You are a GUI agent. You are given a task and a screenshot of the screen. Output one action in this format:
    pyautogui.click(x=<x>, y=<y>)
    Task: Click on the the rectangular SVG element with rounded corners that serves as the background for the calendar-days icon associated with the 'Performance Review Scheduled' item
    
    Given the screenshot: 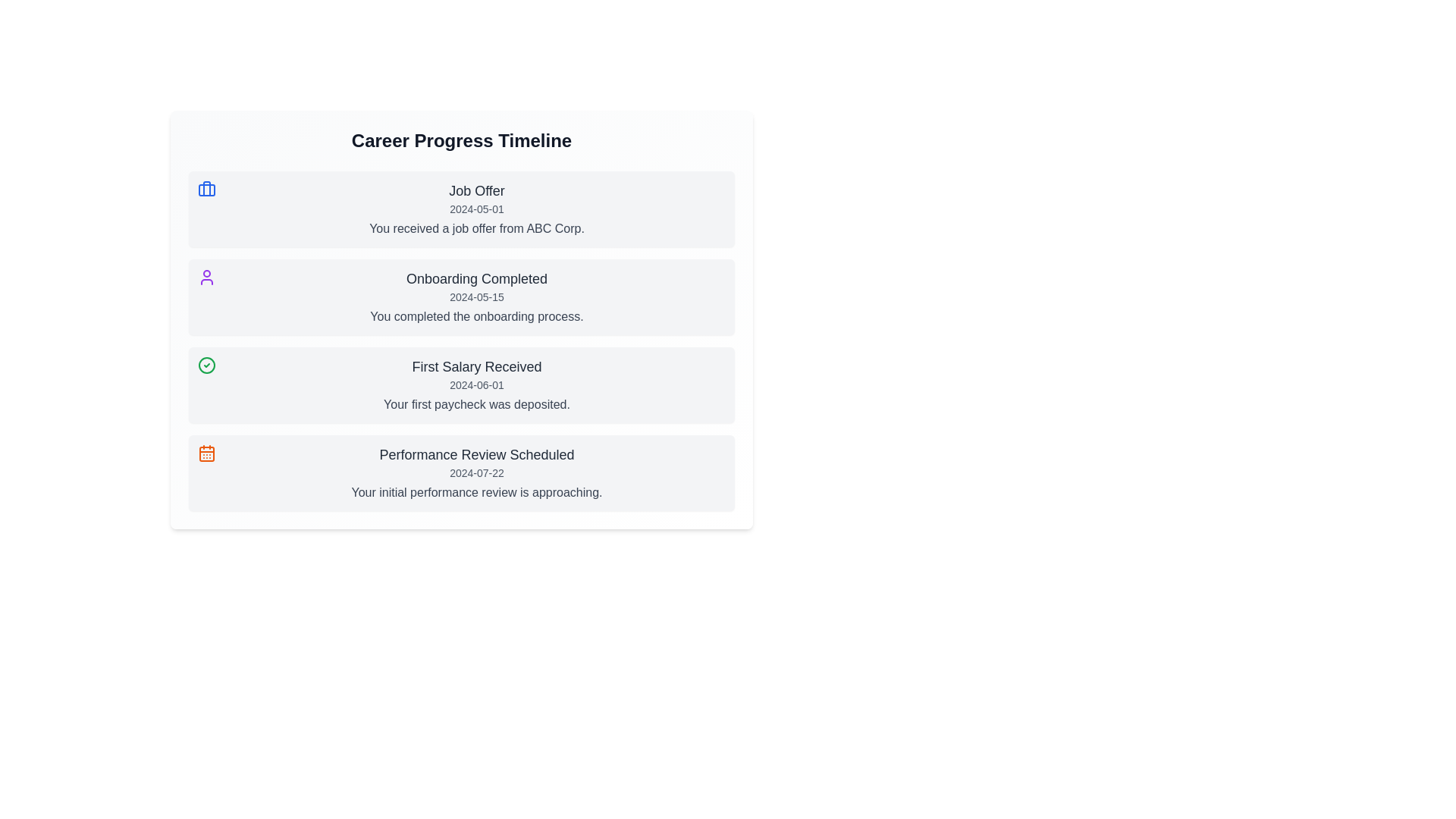 What is the action you would take?
    pyautogui.click(x=206, y=453)
    